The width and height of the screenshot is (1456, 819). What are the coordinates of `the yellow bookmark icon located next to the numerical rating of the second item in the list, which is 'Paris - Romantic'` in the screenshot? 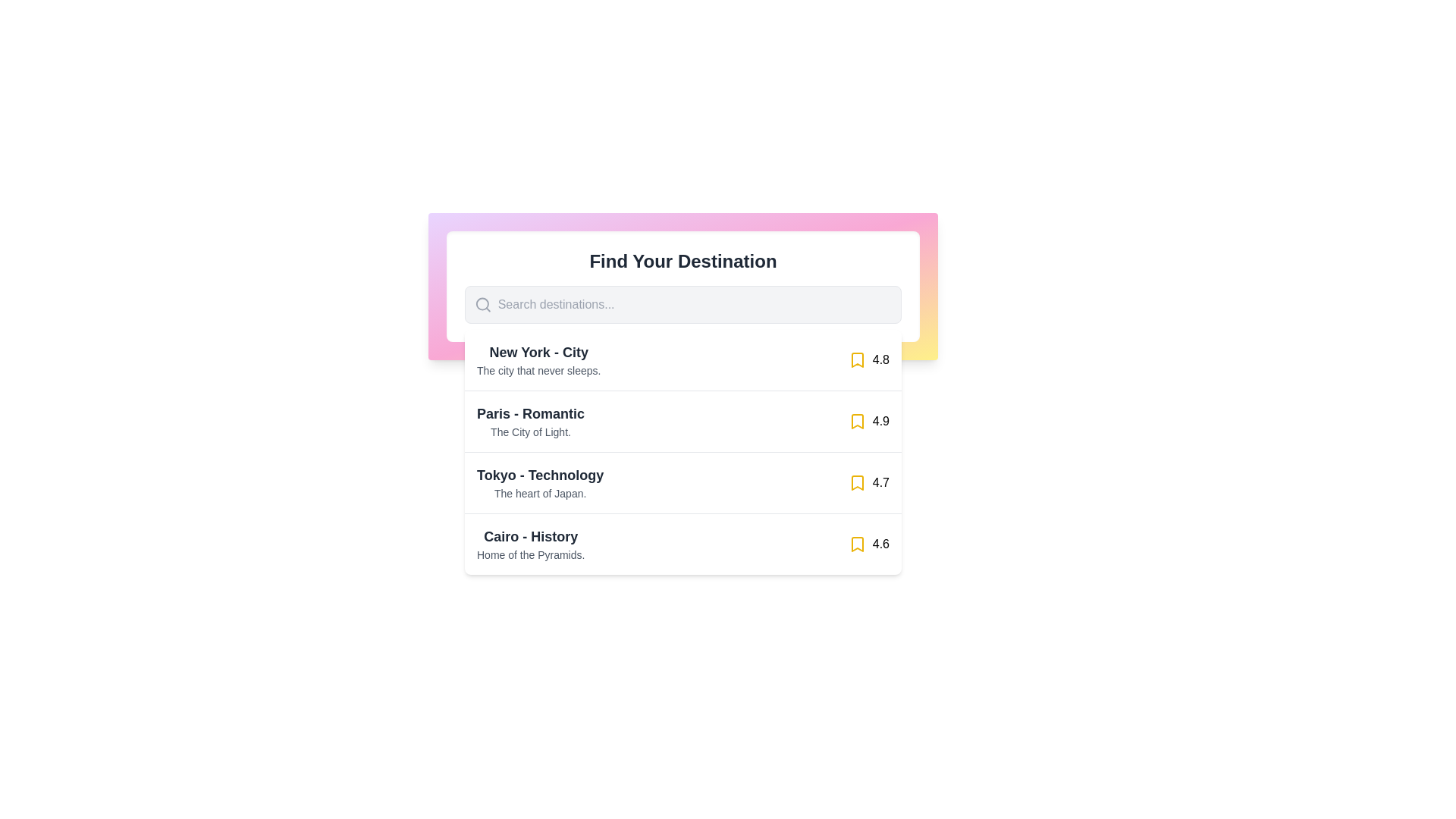 It's located at (857, 421).